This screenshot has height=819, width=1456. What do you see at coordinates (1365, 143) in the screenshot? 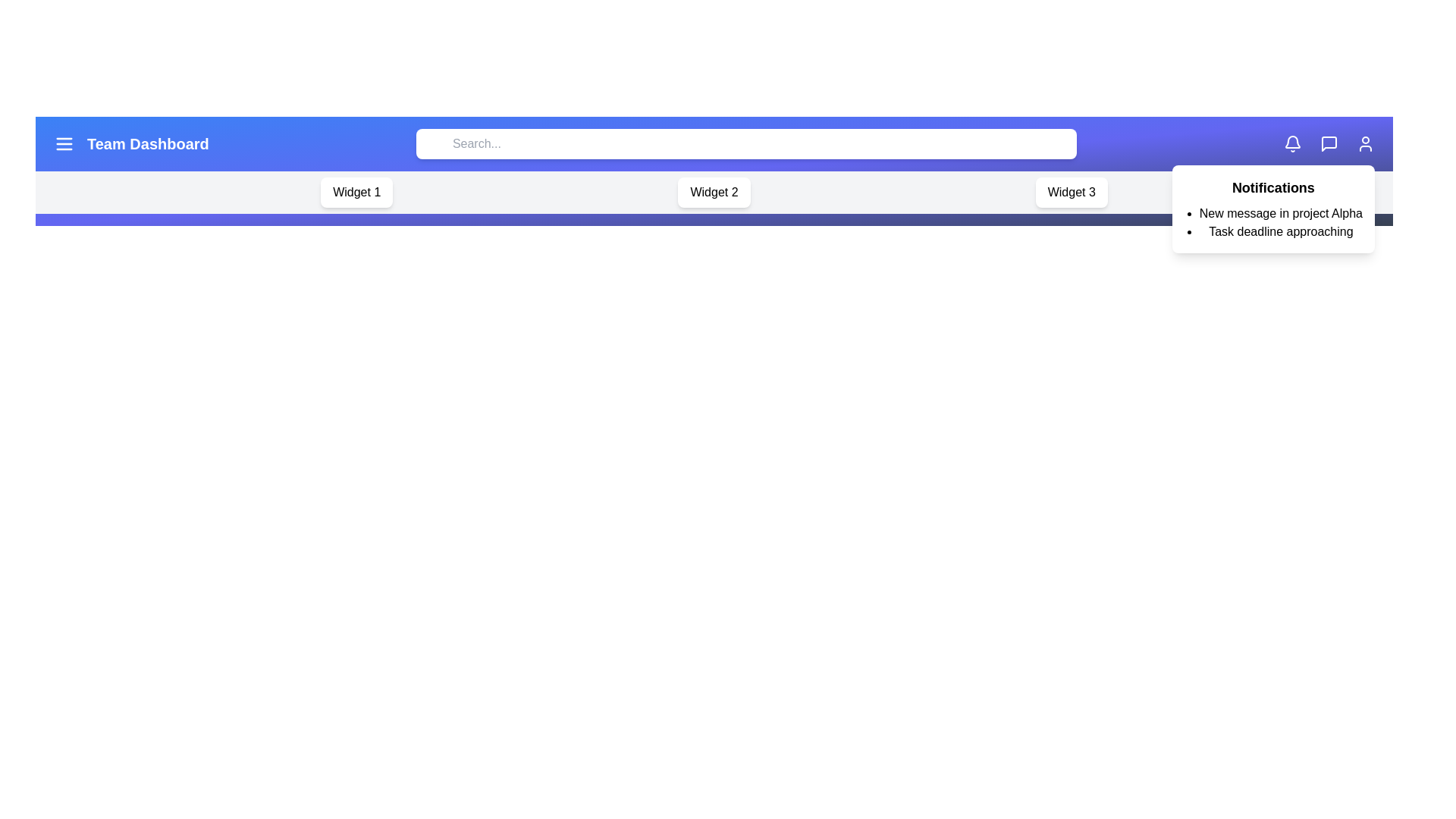
I see `the user icon to open user account options` at bounding box center [1365, 143].